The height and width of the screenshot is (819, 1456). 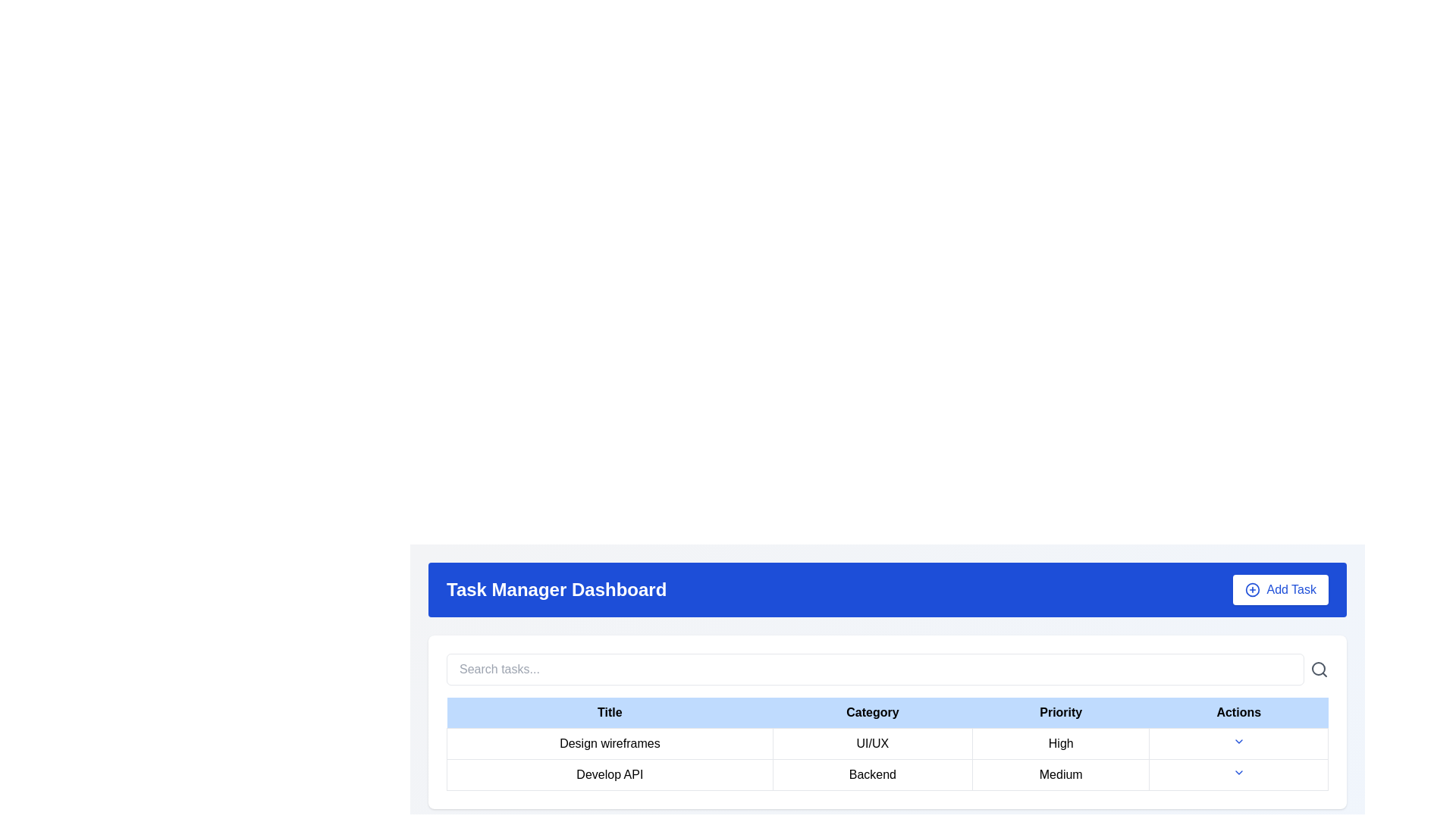 What do you see at coordinates (1060, 742) in the screenshot?
I see `the text label that displays 'High', which is a bold, centrally aligned element in the 'Priority' column, positioned between 'UI/UX' and the 'Actions' dropdown` at bounding box center [1060, 742].